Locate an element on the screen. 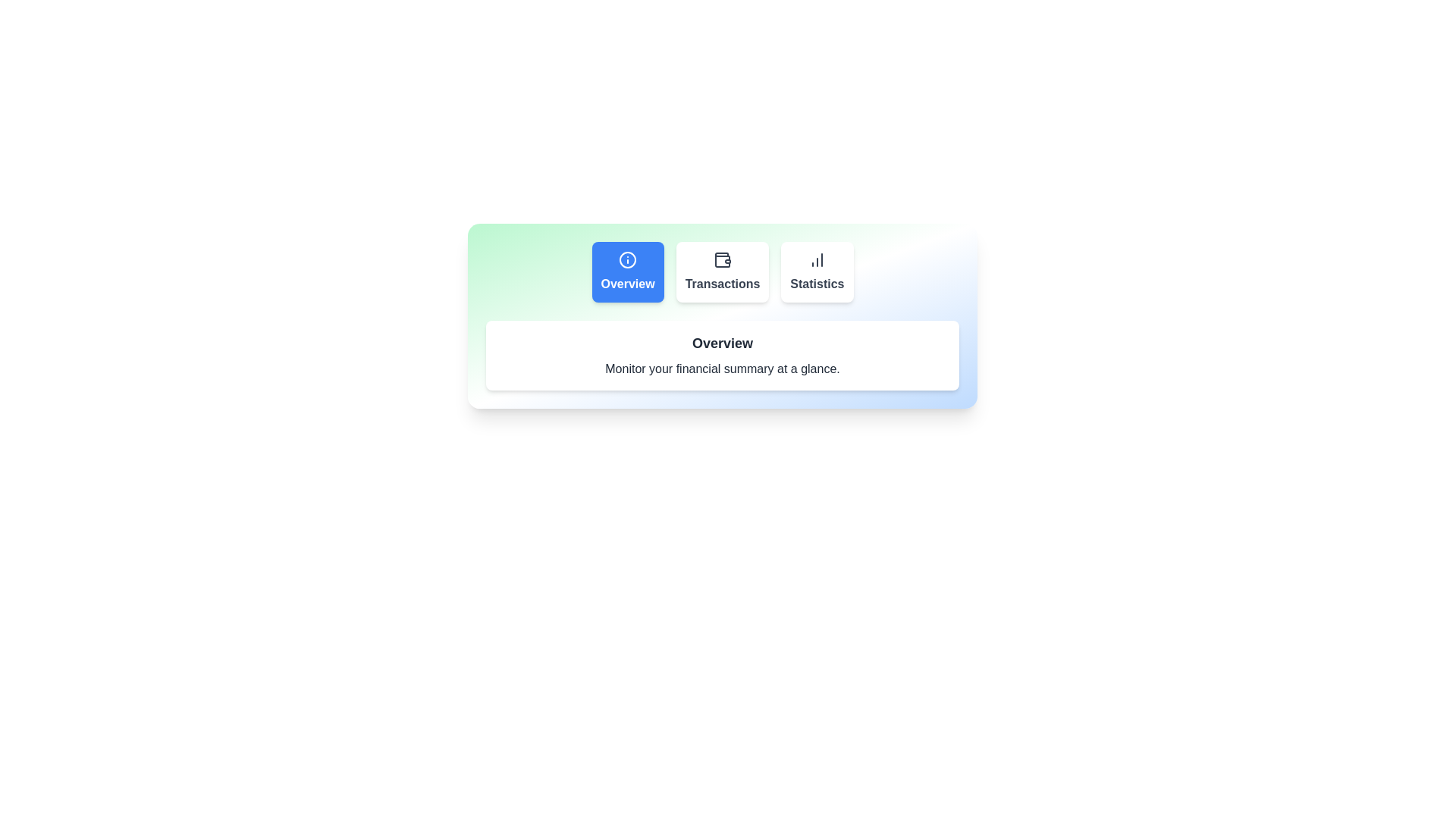 The height and width of the screenshot is (819, 1456). the active 'Overview' tab to confirm its functionality is located at coordinates (628, 271).